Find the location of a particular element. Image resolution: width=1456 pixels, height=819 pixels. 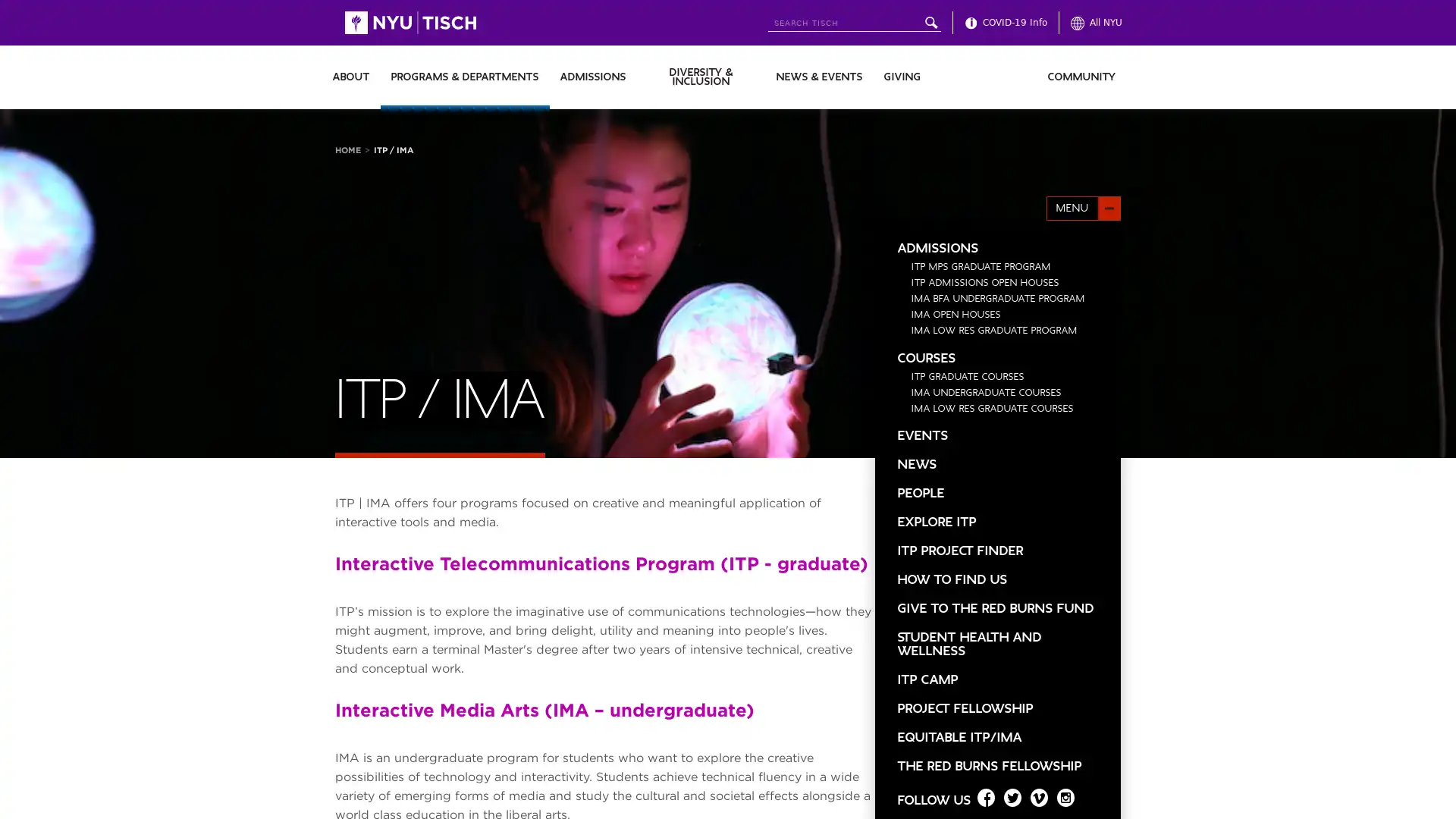

Search is located at coordinates (930, 23).